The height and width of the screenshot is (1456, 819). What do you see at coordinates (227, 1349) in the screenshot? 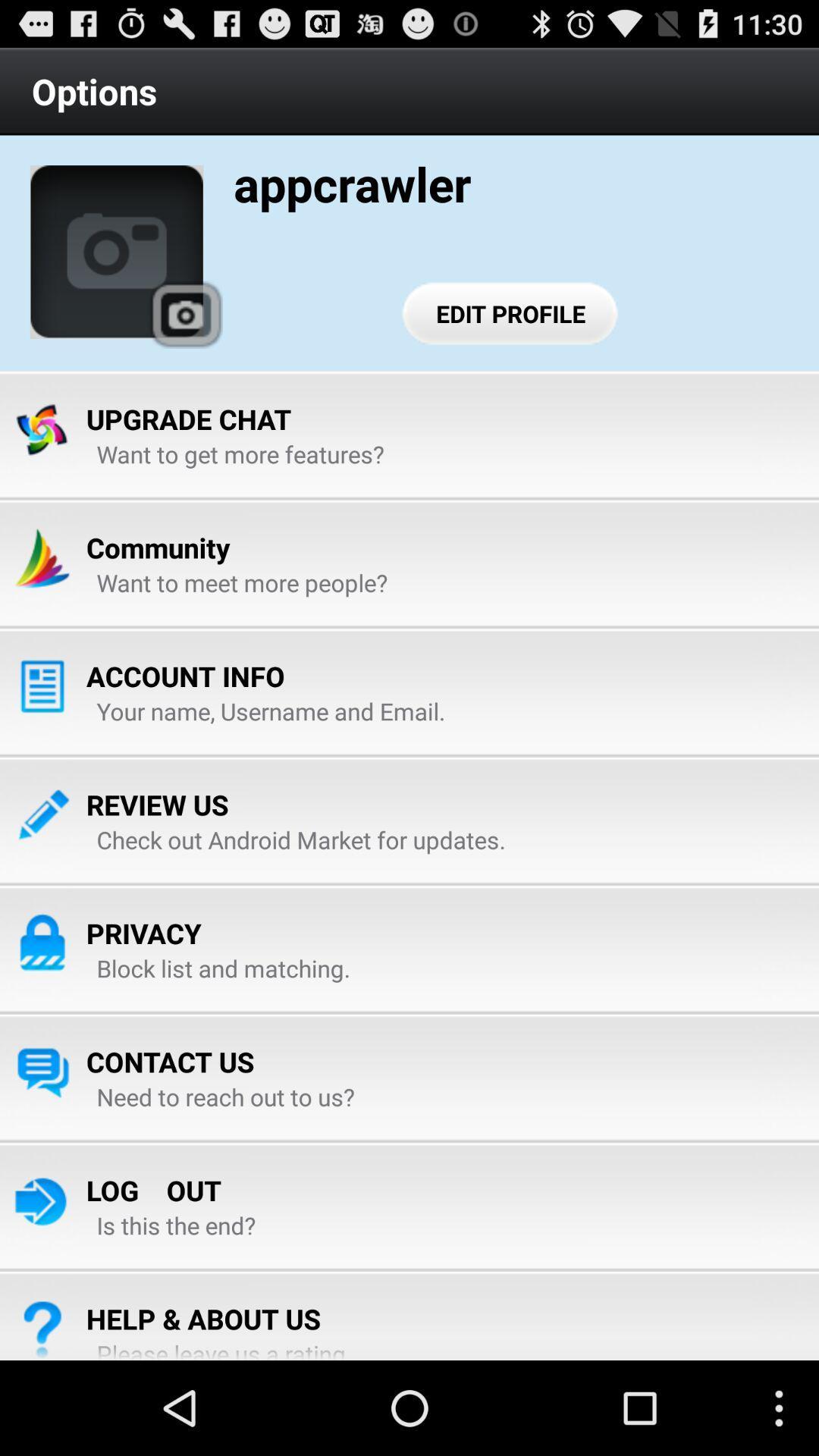
I see `the item below the help & about us icon` at bounding box center [227, 1349].